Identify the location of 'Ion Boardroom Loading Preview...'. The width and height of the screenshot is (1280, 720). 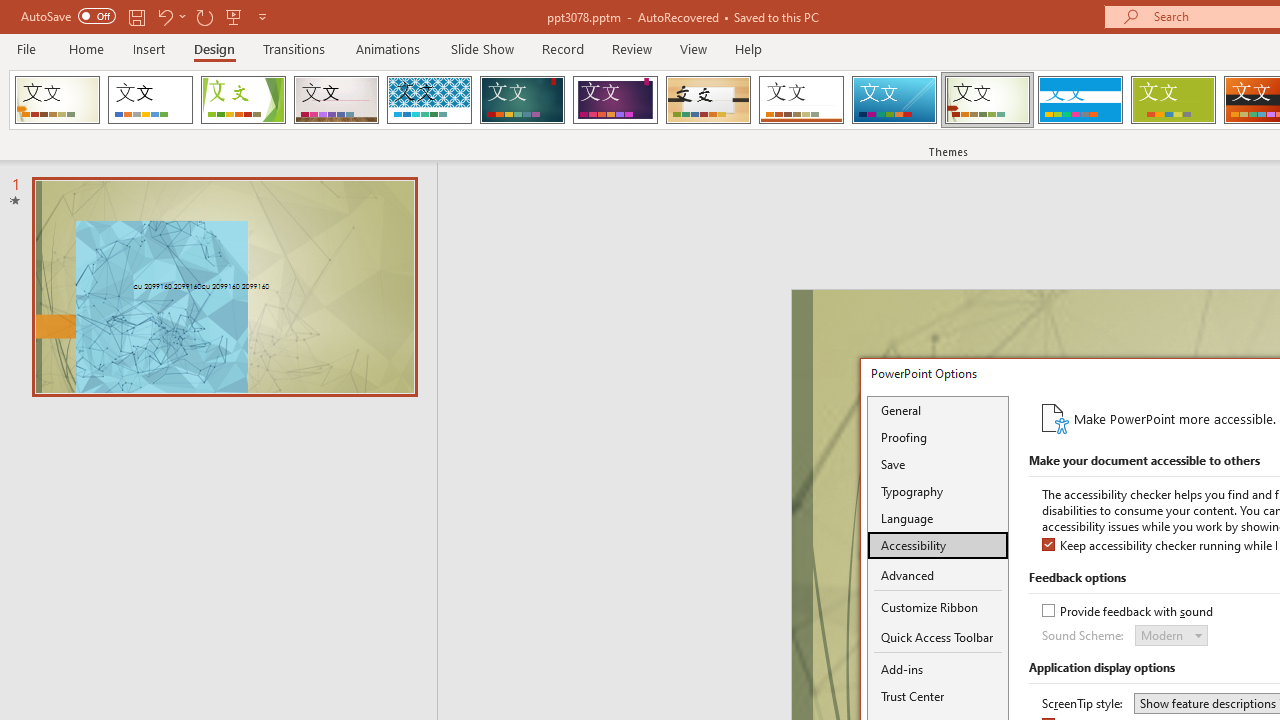
(614, 100).